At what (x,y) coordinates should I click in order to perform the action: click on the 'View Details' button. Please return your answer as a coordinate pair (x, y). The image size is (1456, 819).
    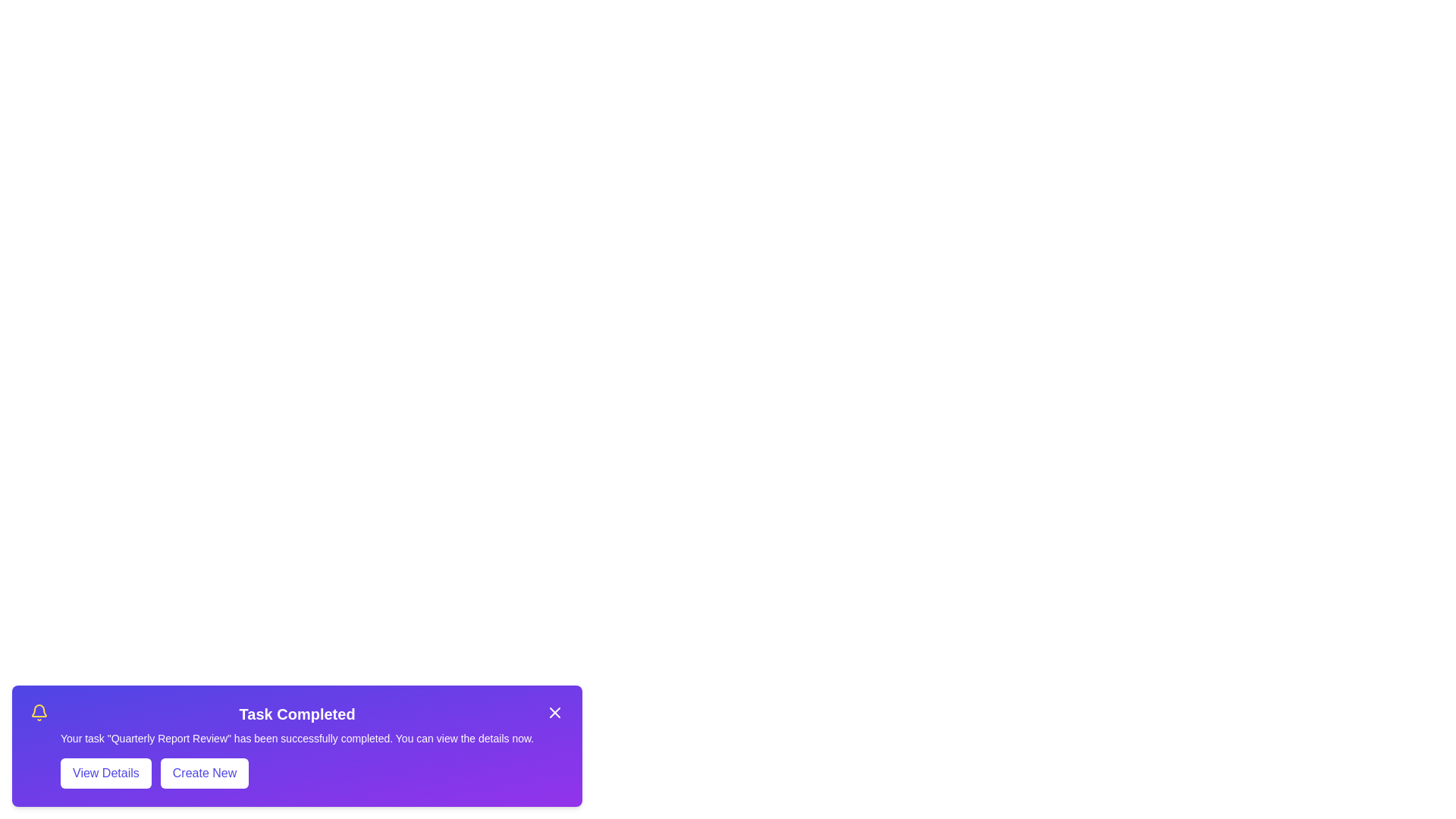
    Looking at the image, I should click on (105, 773).